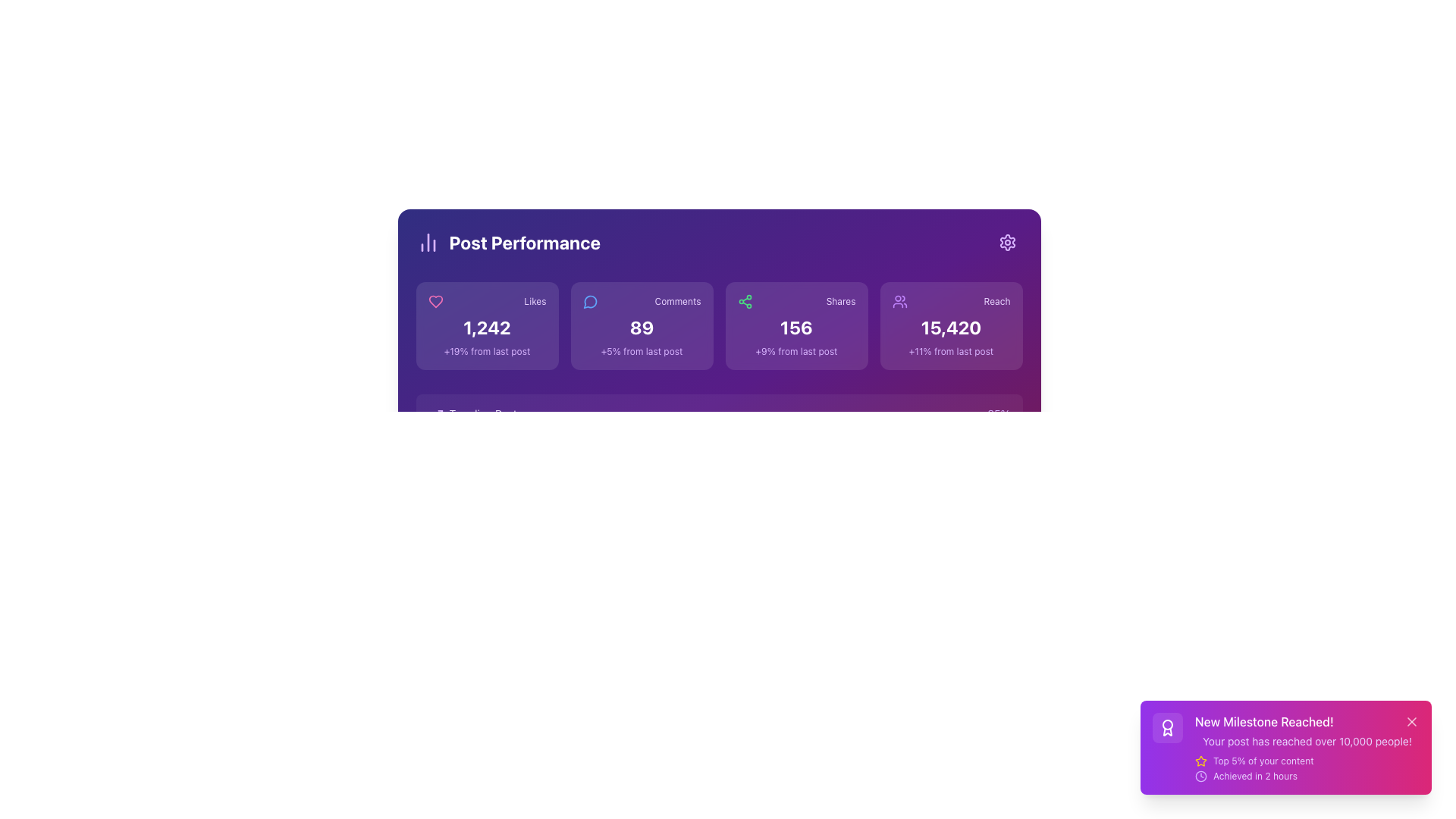  Describe the element at coordinates (487, 351) in the screenshot. I see `informational label indicating a 19% increase in likes compared to the previous post, located below the numeric value '1,242' in the 'Post Performance' panel` at that location.